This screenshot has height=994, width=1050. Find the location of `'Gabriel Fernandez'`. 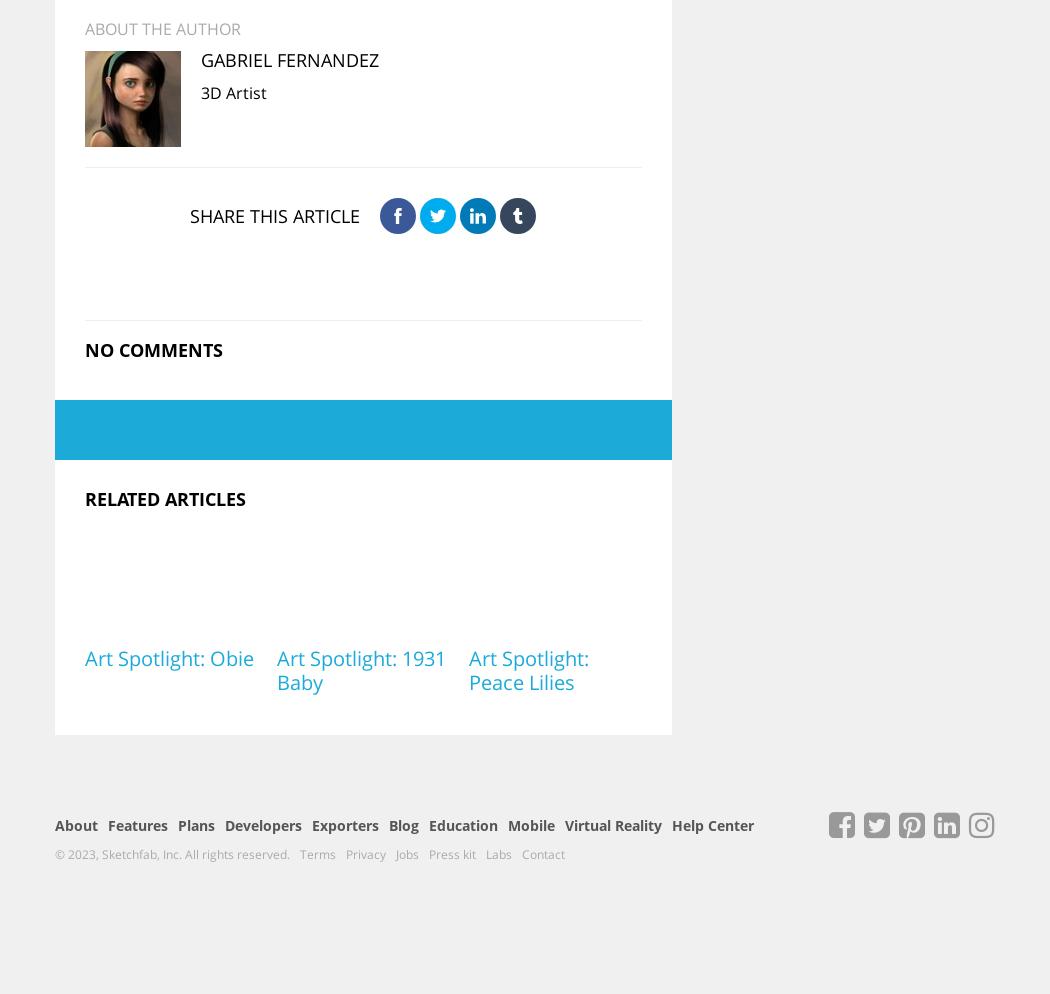

'Gabriel Fernandez' is located at coordinates (289, 58).